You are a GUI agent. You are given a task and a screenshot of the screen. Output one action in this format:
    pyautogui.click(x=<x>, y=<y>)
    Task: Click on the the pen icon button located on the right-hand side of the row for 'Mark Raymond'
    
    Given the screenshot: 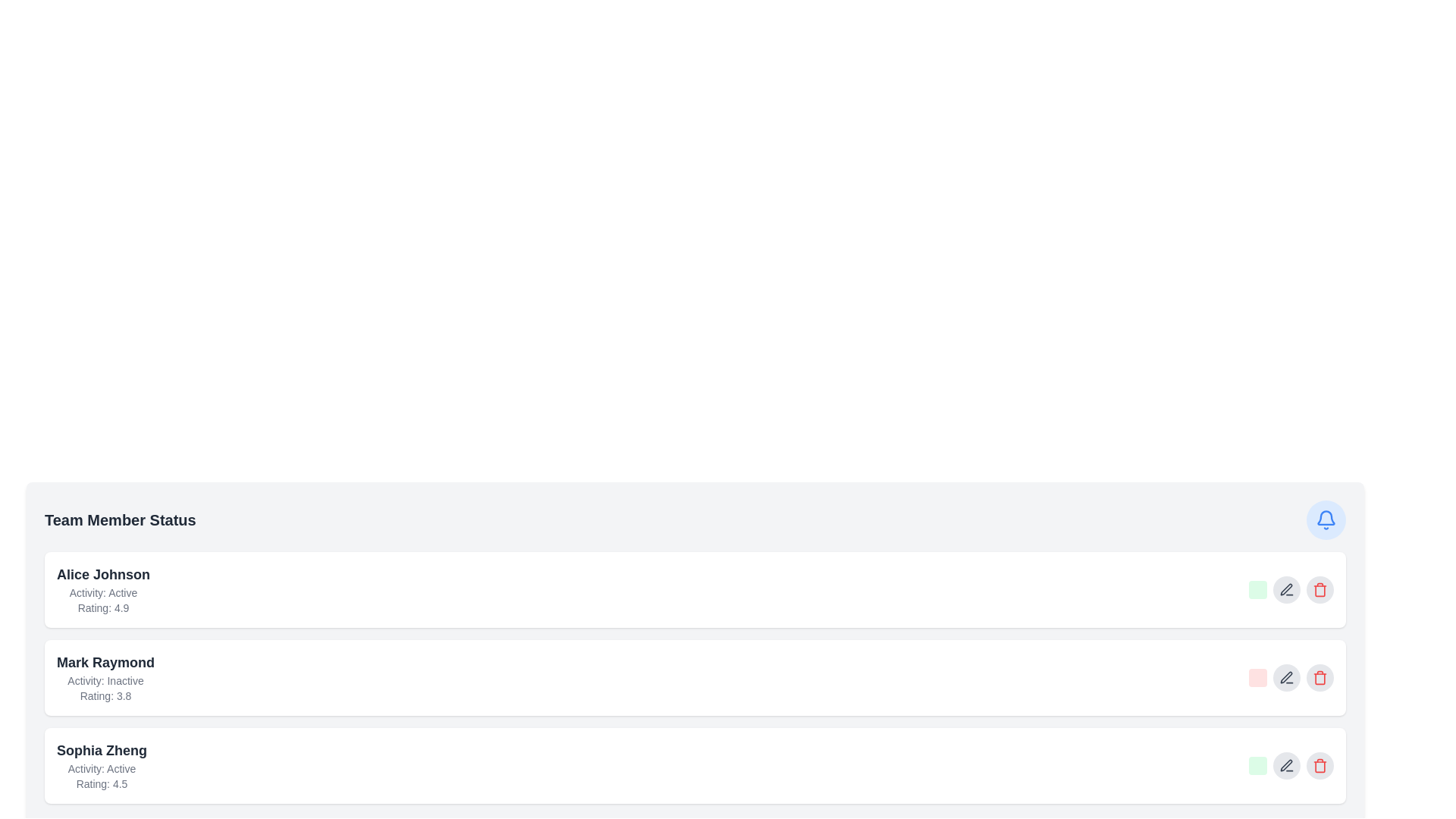 What is the action you would take?
    pyautogui.click(x=1286, y=766)
    